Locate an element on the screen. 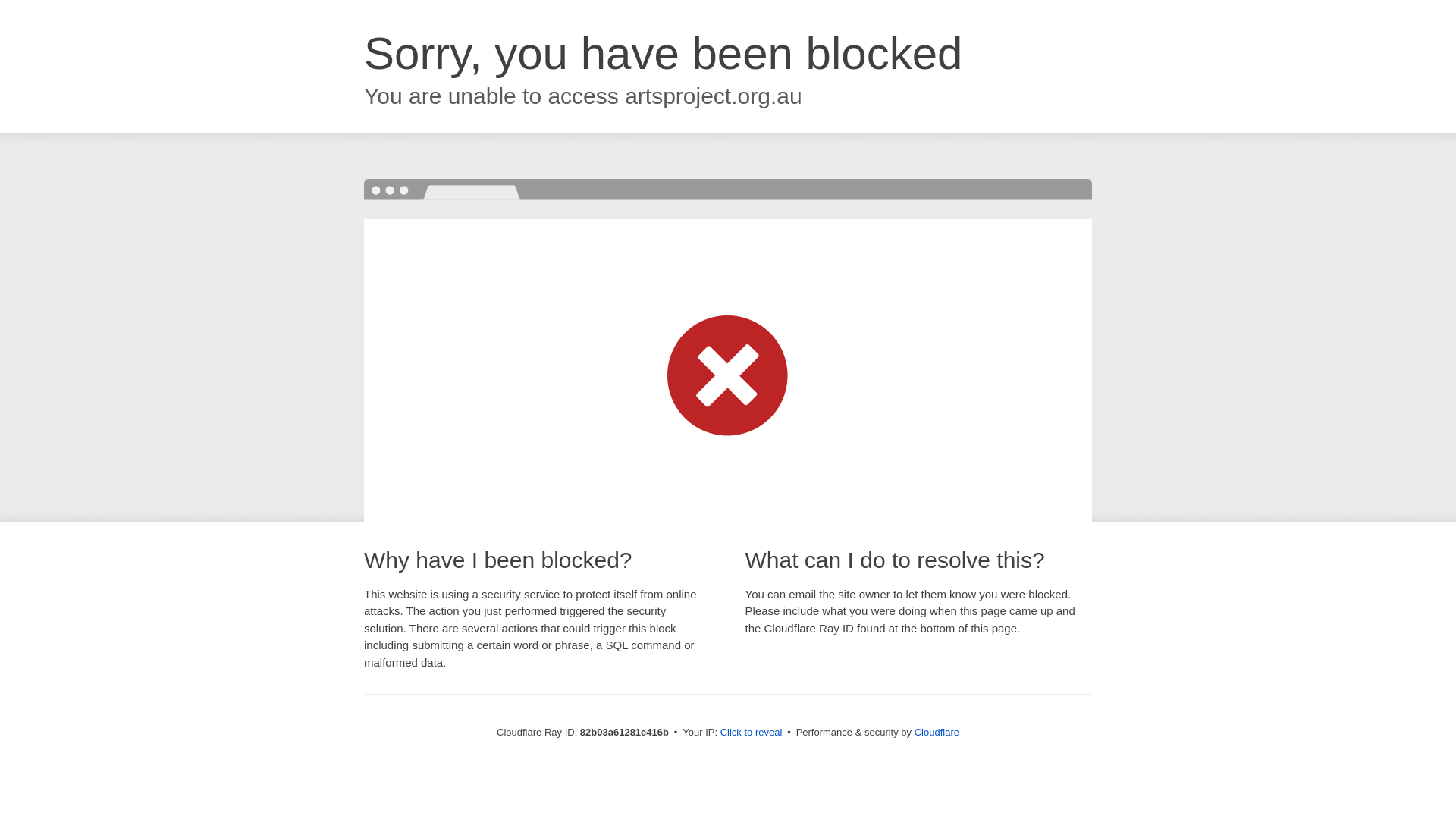  'Click to reveal' is located at coordinates (751, 731).